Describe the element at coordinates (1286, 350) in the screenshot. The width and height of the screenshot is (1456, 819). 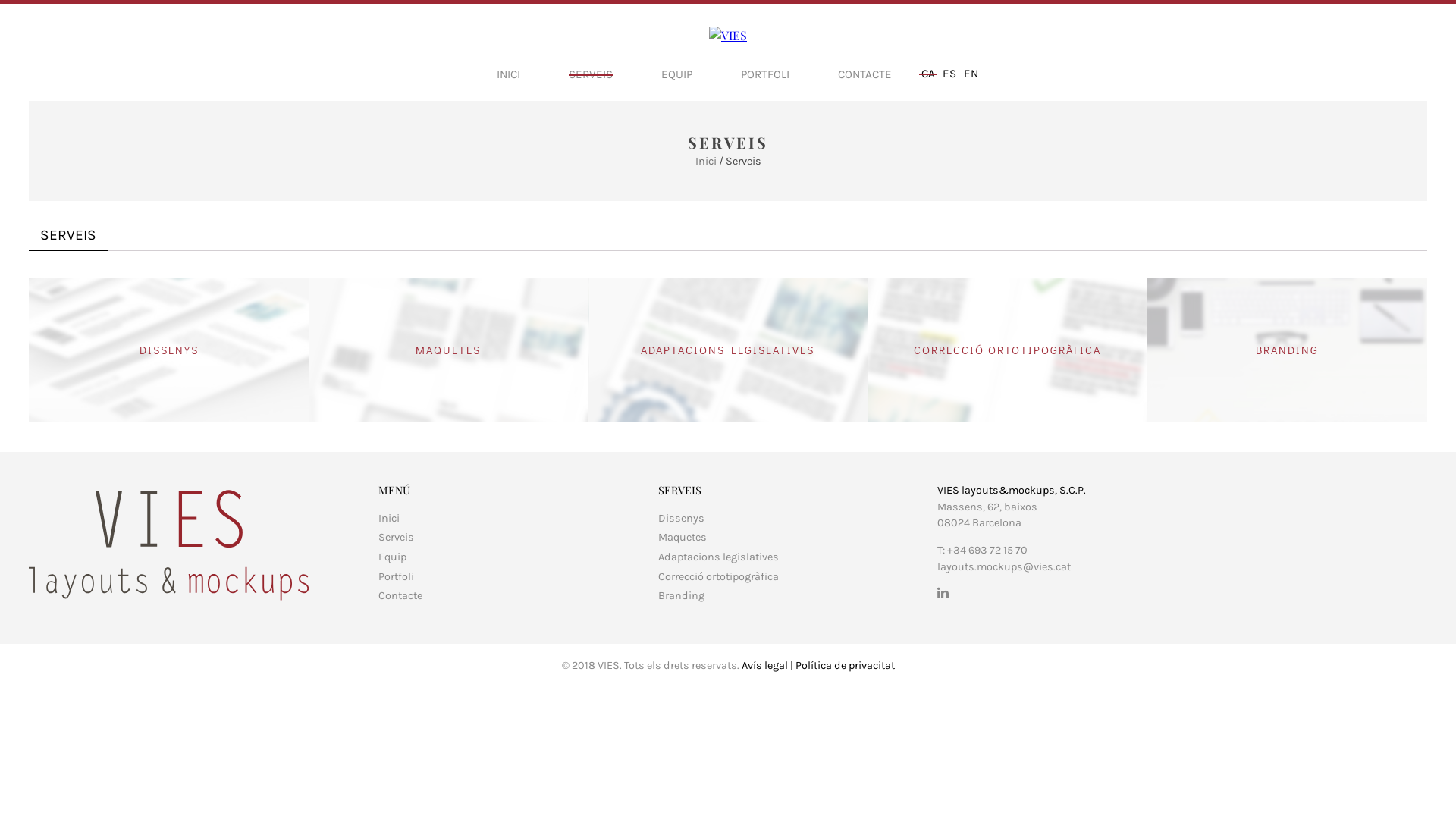
I see `'BRANDING'` at that location.